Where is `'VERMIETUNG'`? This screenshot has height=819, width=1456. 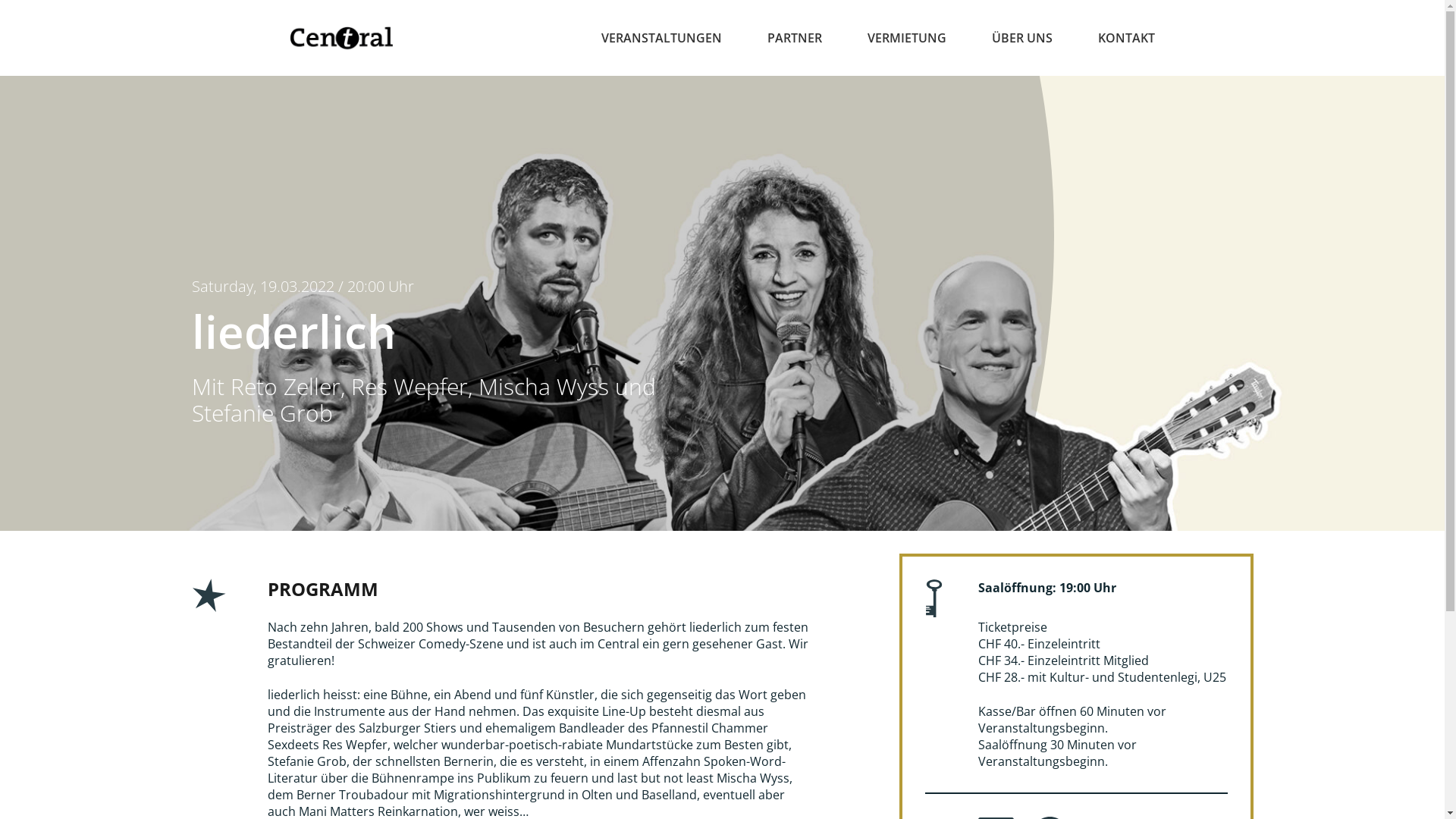 'VERMIETUNG' is located at coordinates (906, 37).